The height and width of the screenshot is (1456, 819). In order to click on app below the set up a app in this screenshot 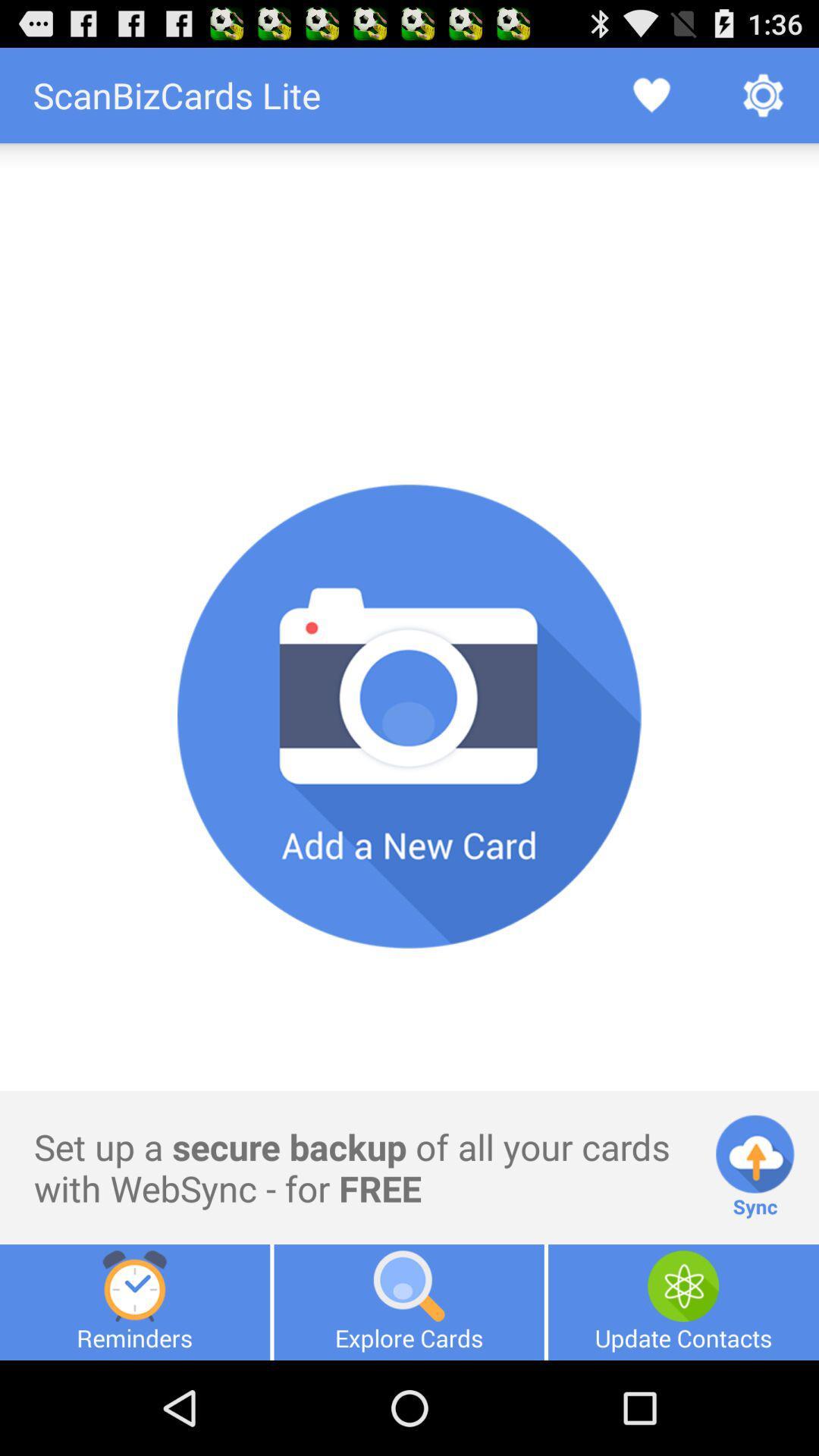, I will do `click(408, 1301)`.